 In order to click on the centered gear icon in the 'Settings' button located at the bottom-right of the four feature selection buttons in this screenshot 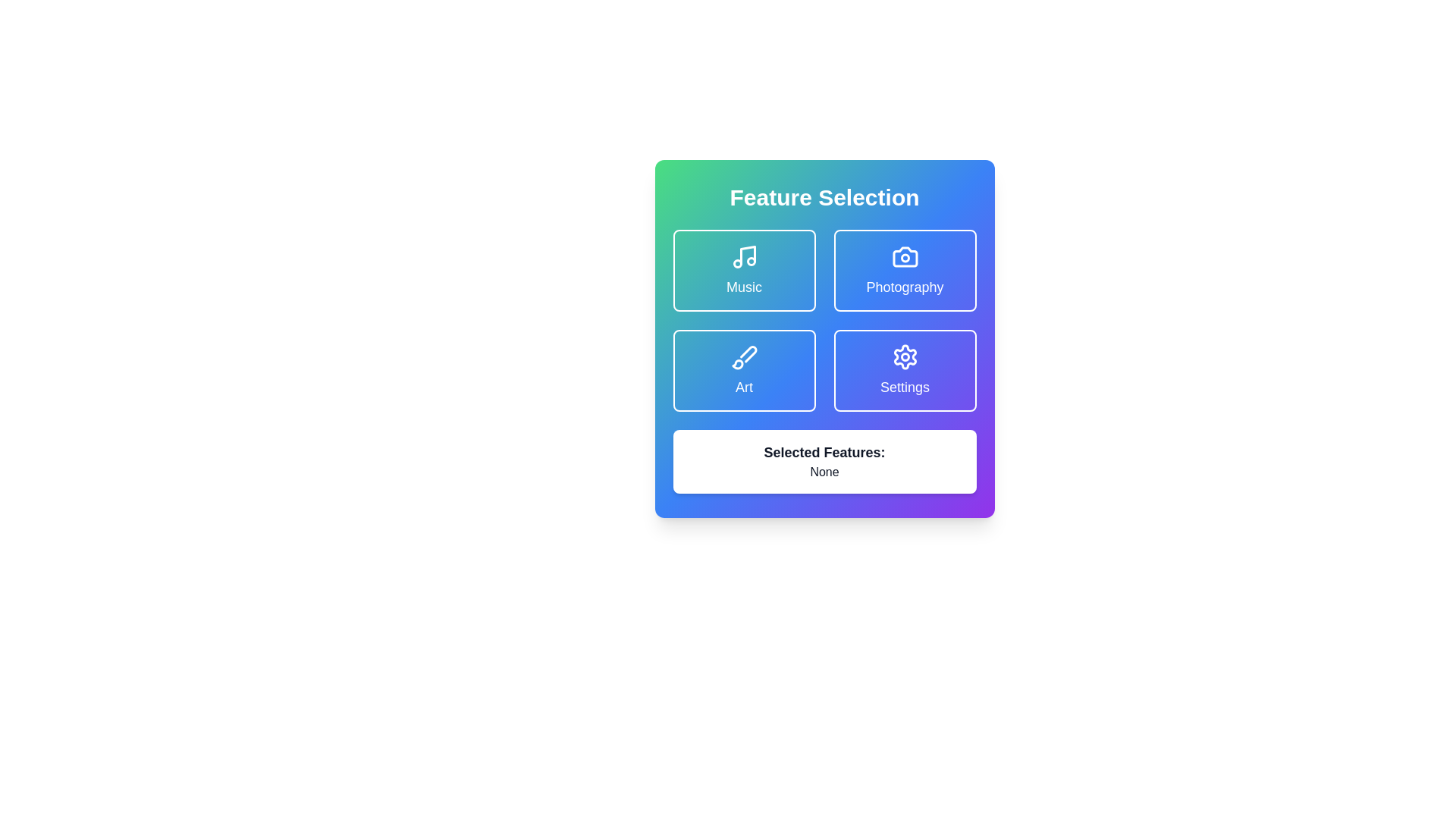, I will do `click(905, 356)`.